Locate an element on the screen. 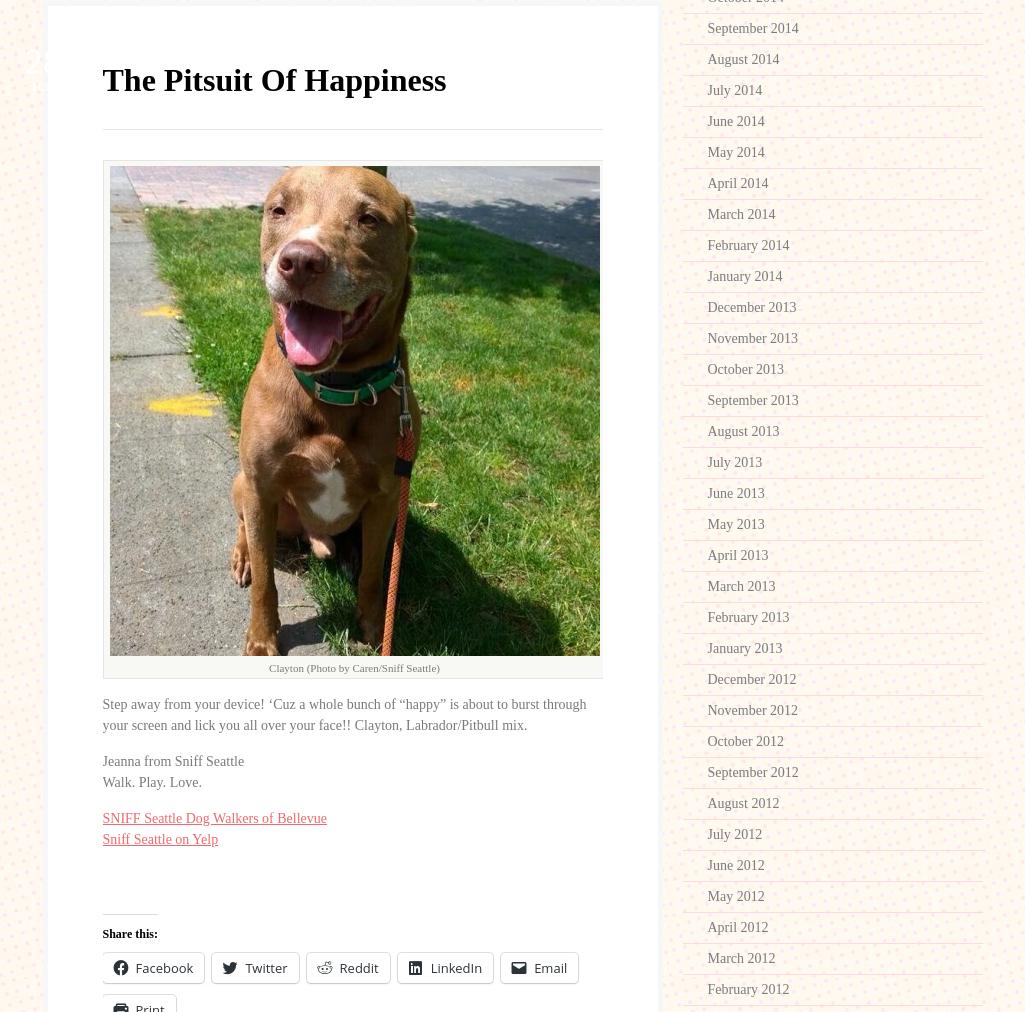 This screenshot has height=1012, width=1025. 'Jeanna from Sniff Seattle' is located at coordinates (172, 759).